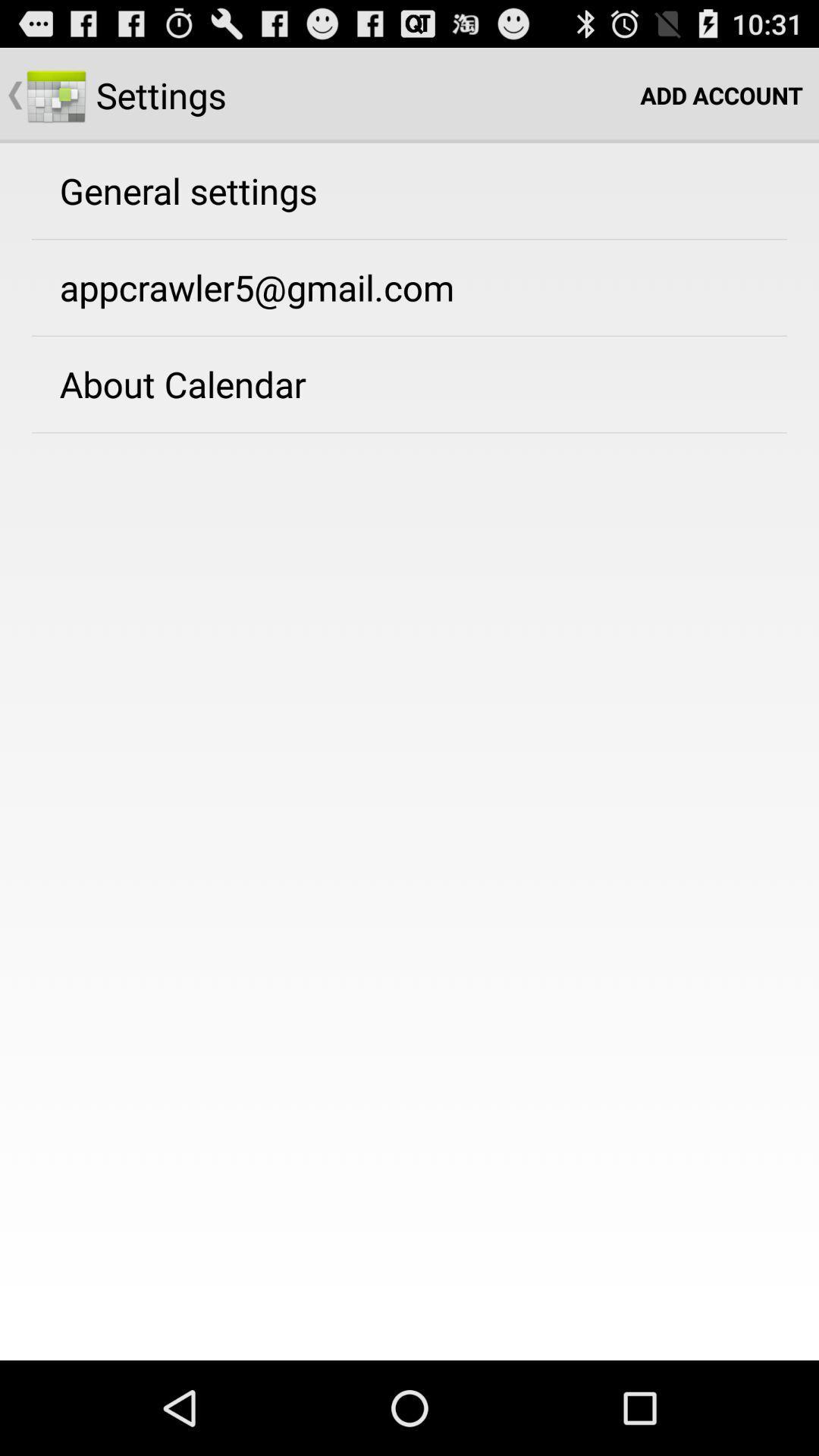 The width and height of the screenshot is (819, 1456). What do you see at coordinates (182, 384) in the screenshot?
I see `about calendar app` at bounding box center [182, 384].